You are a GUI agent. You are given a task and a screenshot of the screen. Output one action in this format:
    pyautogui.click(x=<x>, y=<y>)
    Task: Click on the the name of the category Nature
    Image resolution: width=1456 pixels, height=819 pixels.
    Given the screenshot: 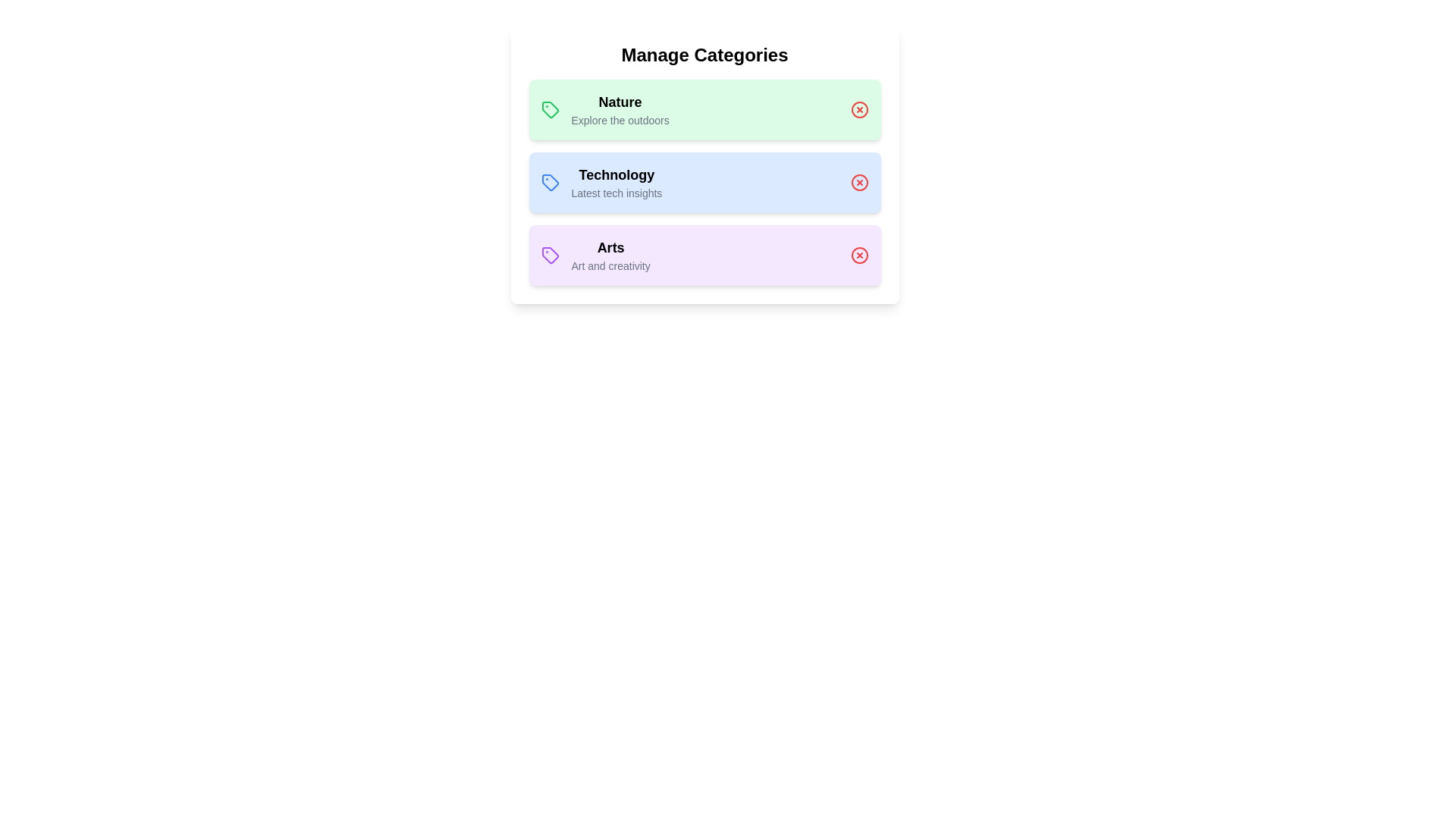 What is the action you would take?
    pyautogui.click(x=620, y=102)
    